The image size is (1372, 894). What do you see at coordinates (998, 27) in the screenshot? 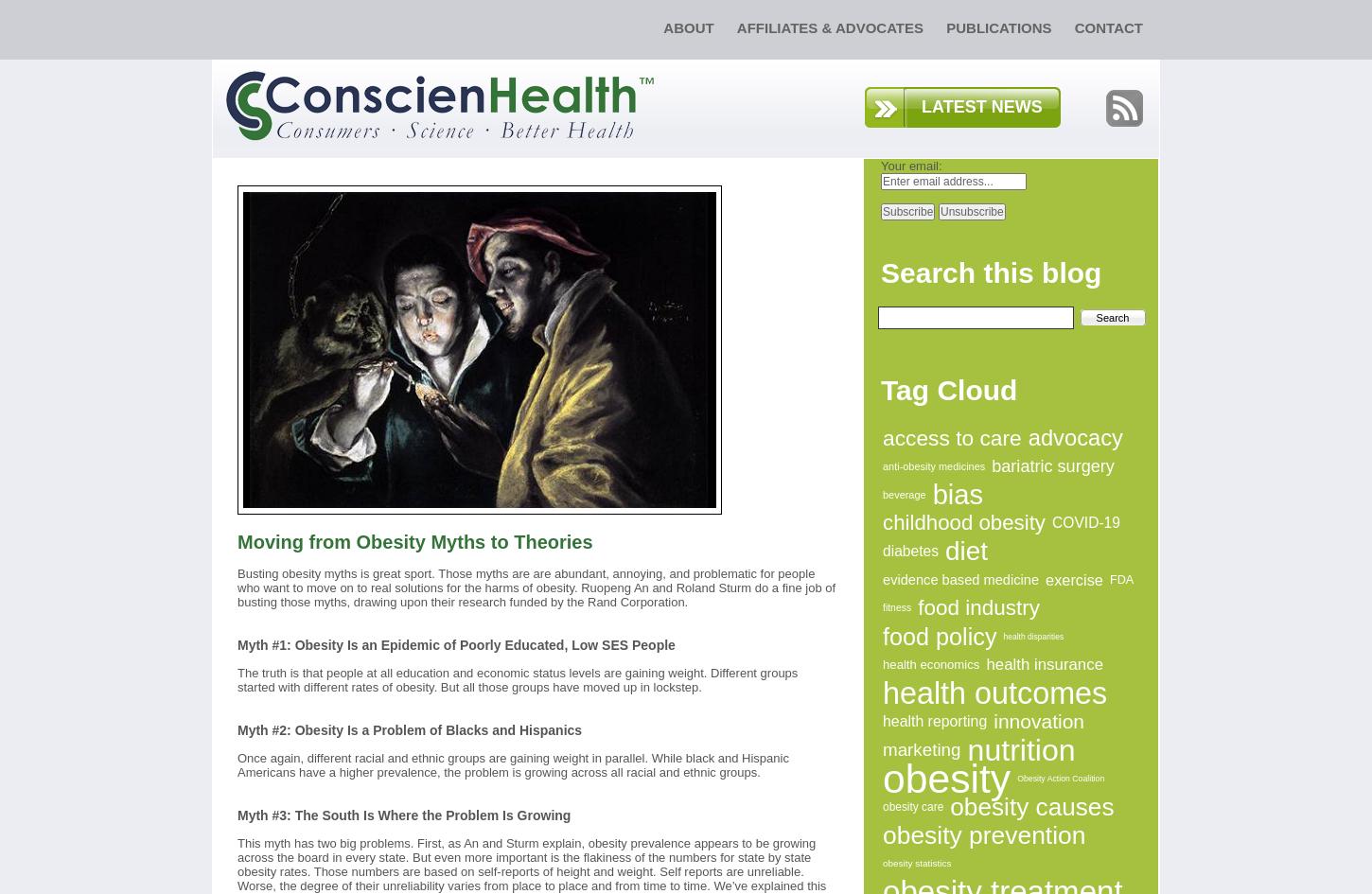
I see `'Publications'` at bounding box center [998, 27].